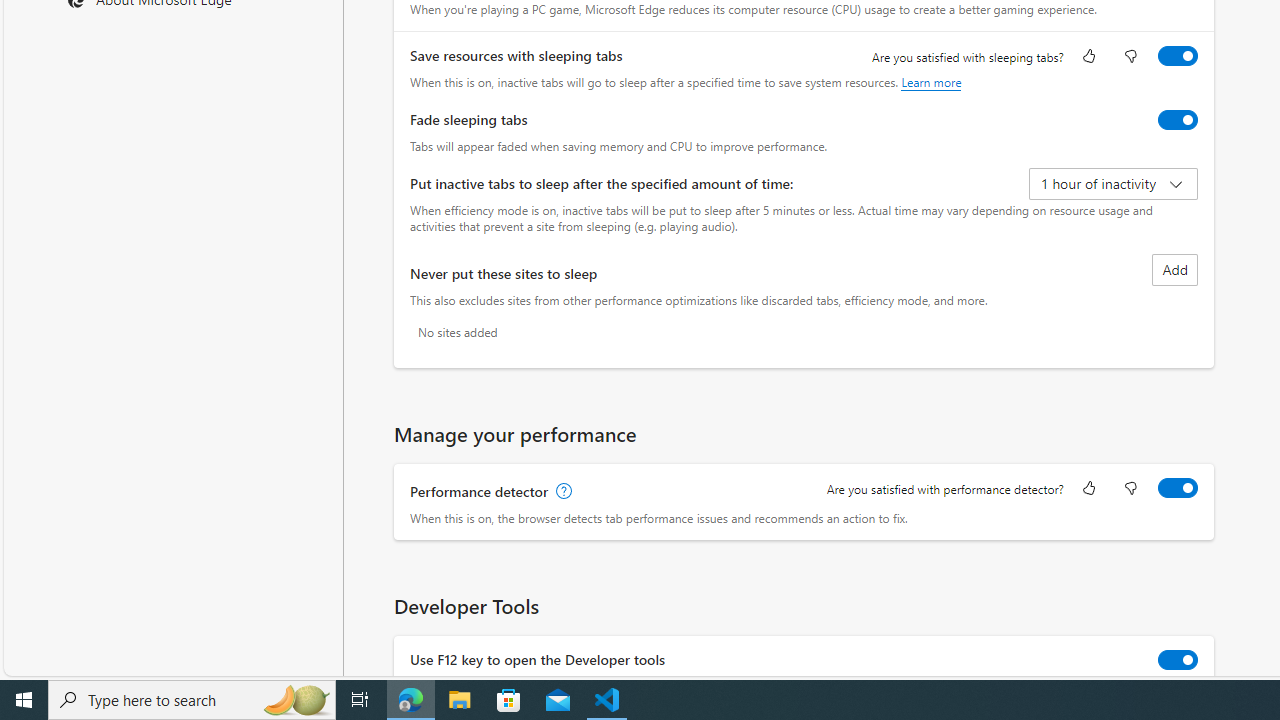 The width and height of the screenshot is (1280, 720). What do you see at coordinates (1175, 270) in the screenshot?
I see `'Add site to never put these sites to sleep list'` at bounding box center [1175, 270].